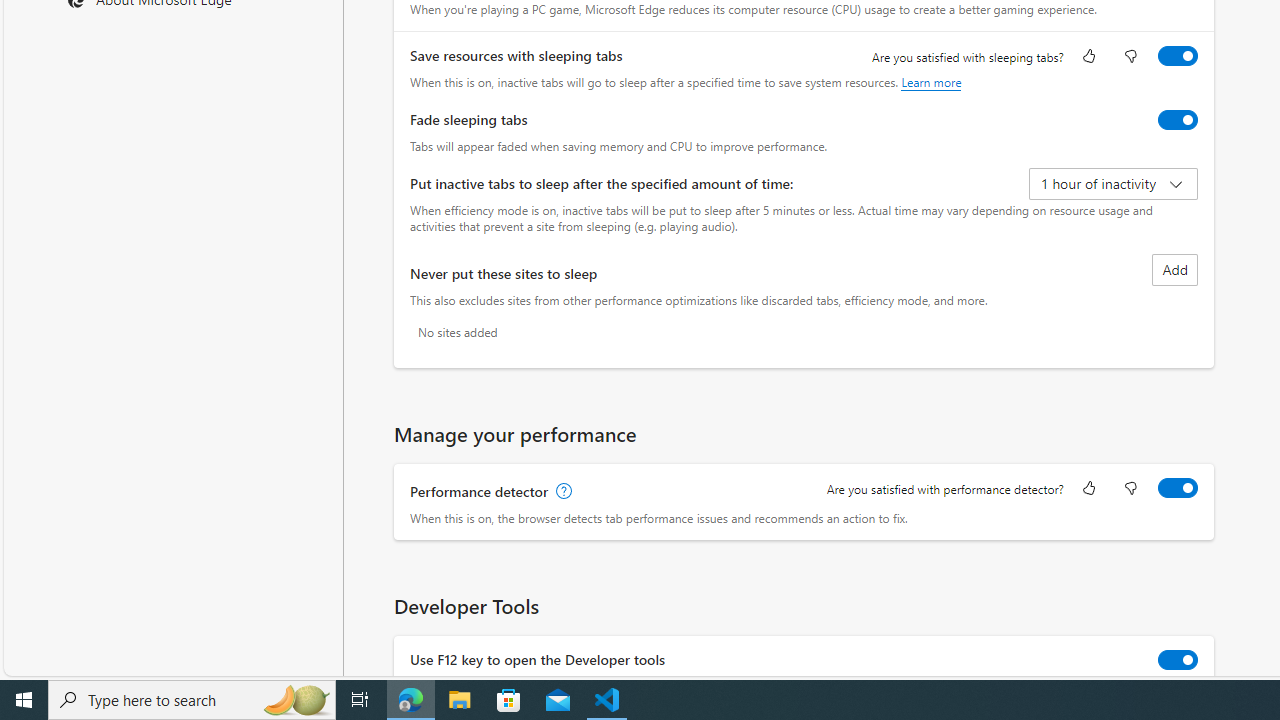 The width and height of the screenshot is (1280, 720). What do you see at coordinates (1175, 270) in the screenshot?
I see `'Add site to never put these sites to sleep list'` at bounding box center [1175, 270].